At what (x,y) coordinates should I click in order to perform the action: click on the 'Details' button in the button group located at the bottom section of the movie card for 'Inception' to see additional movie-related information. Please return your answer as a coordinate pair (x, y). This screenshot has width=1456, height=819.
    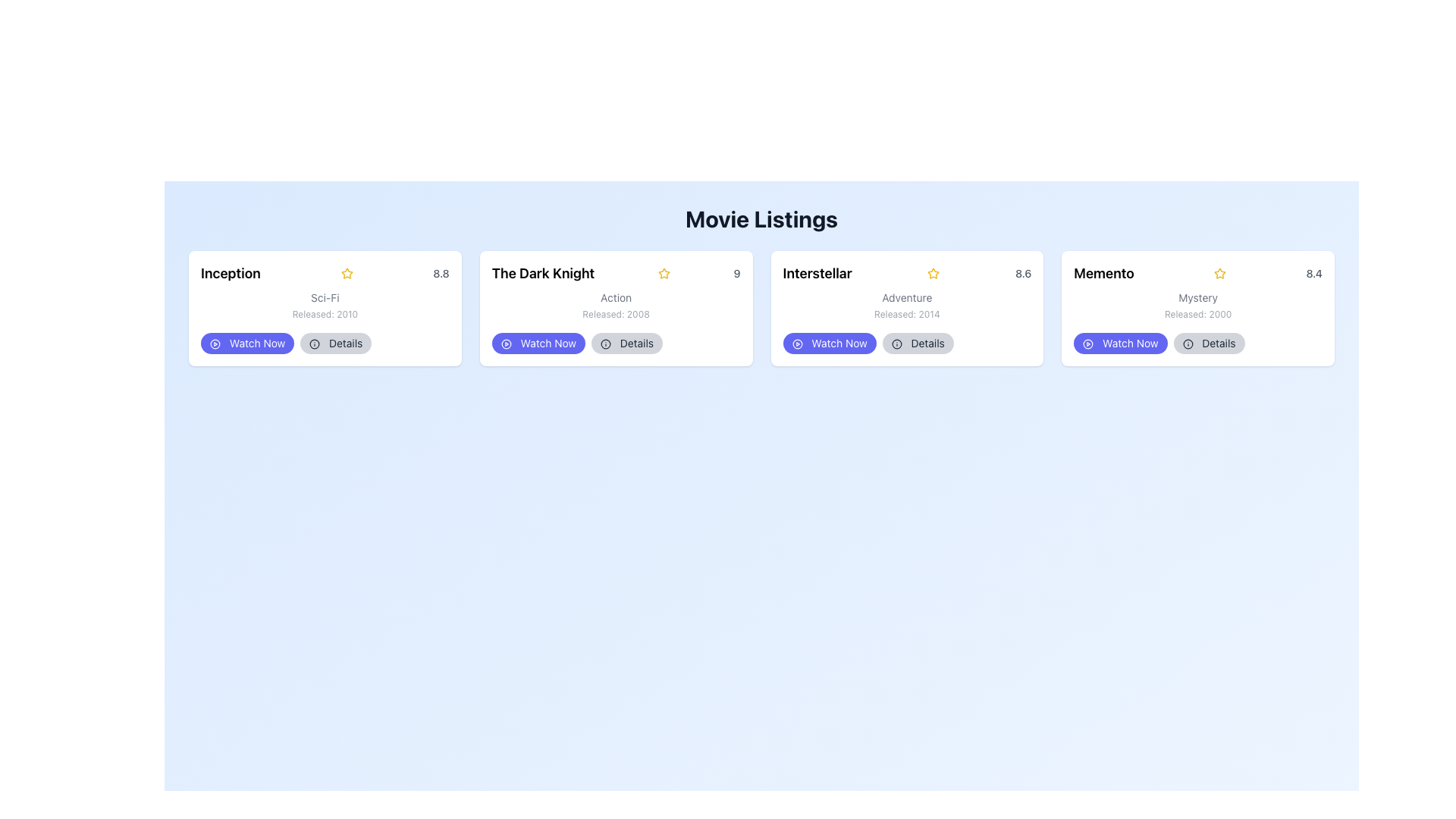
    Looking at the image, I should click on (324, 343).